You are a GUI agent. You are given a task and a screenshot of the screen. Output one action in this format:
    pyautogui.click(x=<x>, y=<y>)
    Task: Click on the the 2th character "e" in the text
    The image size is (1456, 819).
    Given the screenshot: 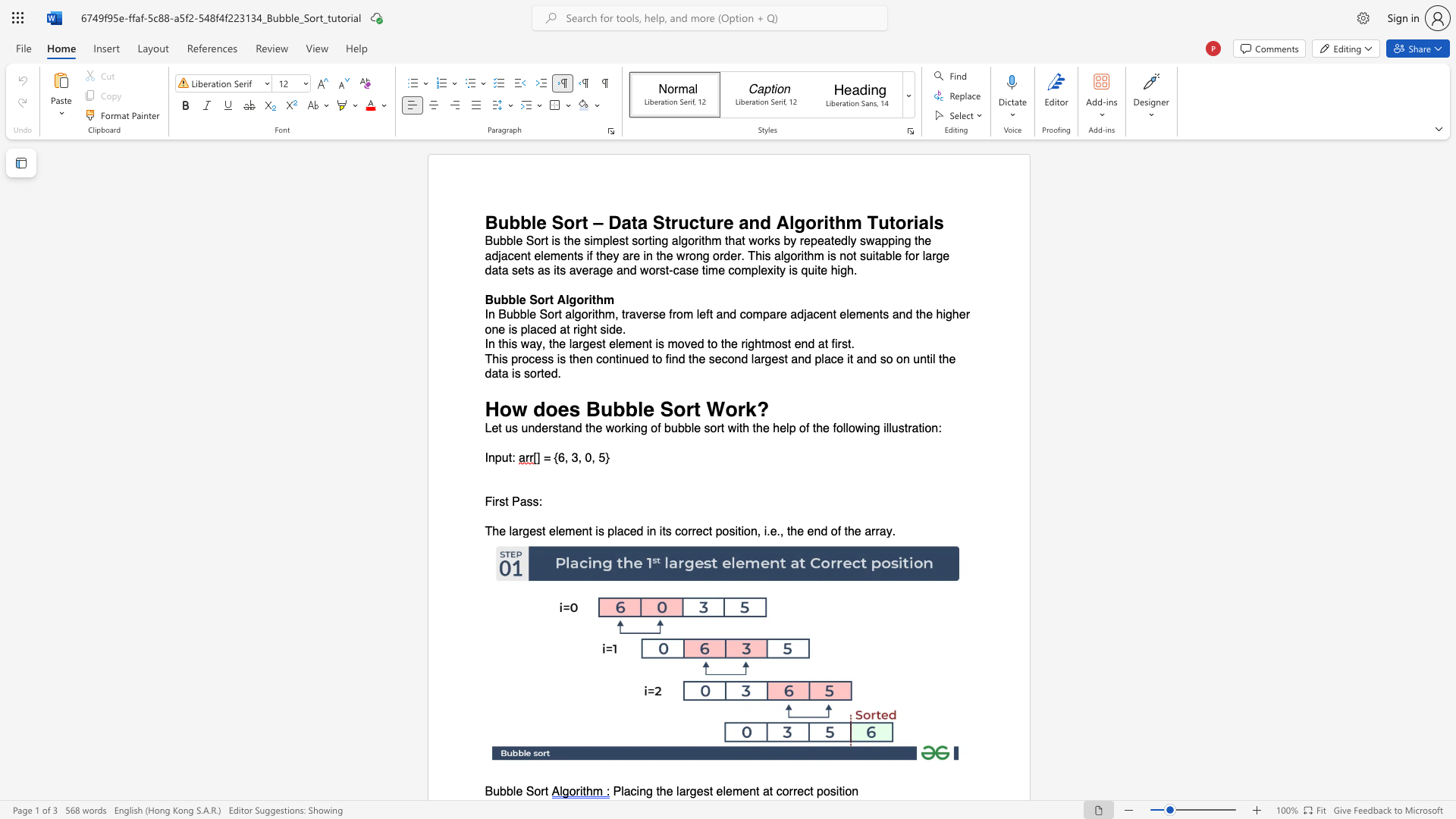 What is the action you would take?
    pyautogui.click(x=648, y=408)
    